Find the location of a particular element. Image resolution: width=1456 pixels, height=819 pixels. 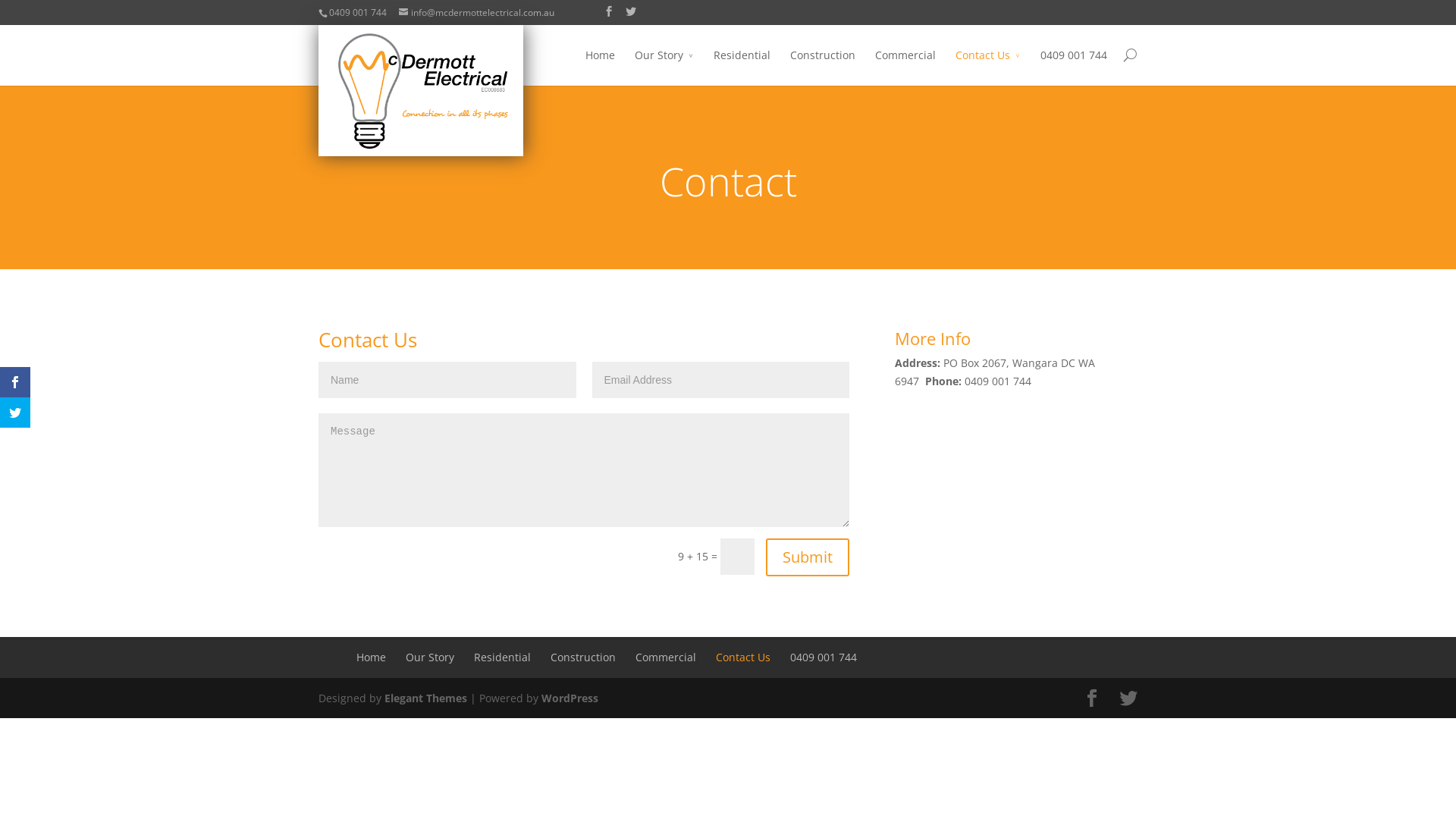

'Residential' is located at coordinates (502, 656).